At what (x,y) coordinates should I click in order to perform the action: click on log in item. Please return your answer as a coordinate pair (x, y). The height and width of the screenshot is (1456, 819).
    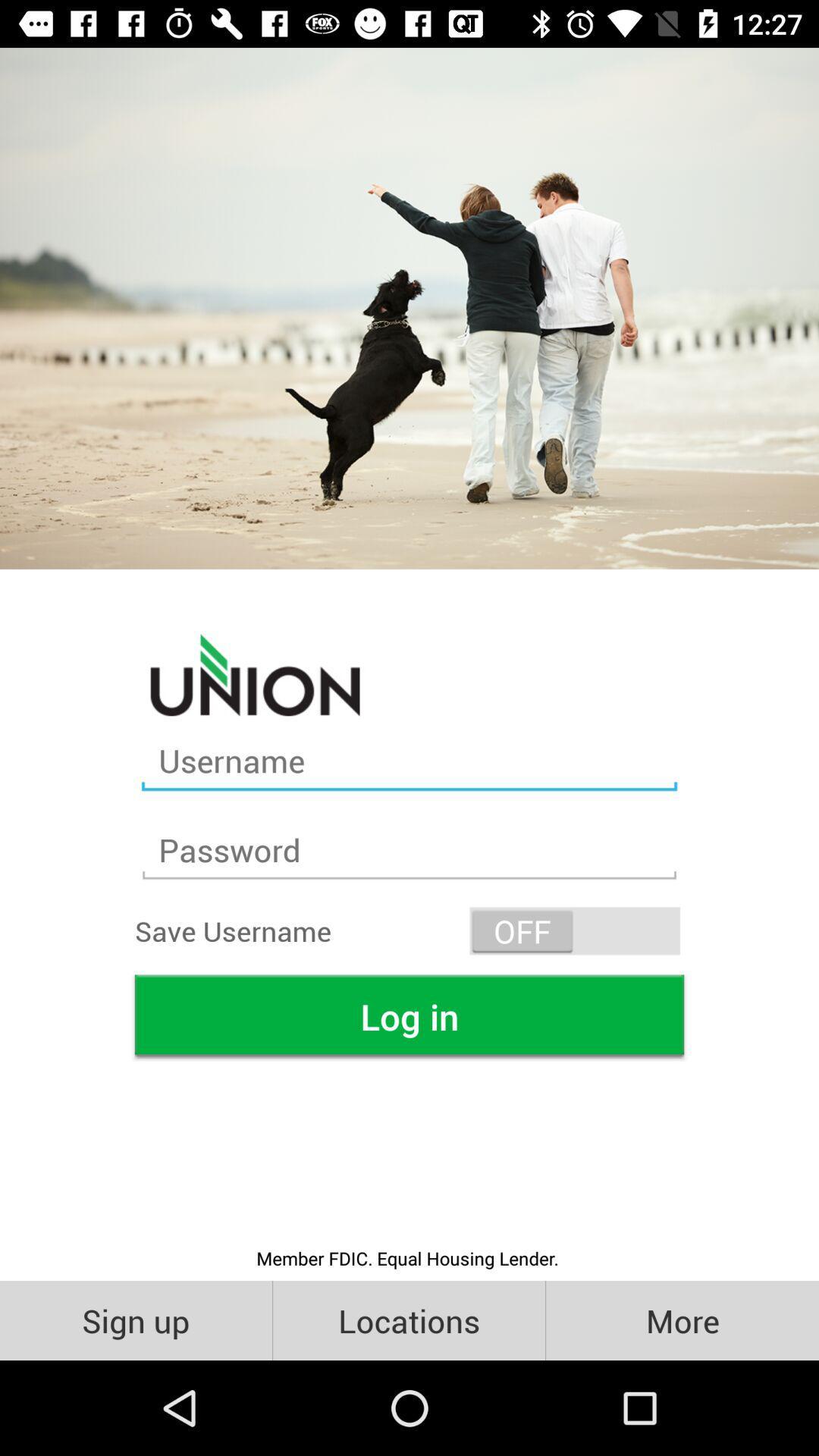
    Looking at the image, I should click on (409, 1016).